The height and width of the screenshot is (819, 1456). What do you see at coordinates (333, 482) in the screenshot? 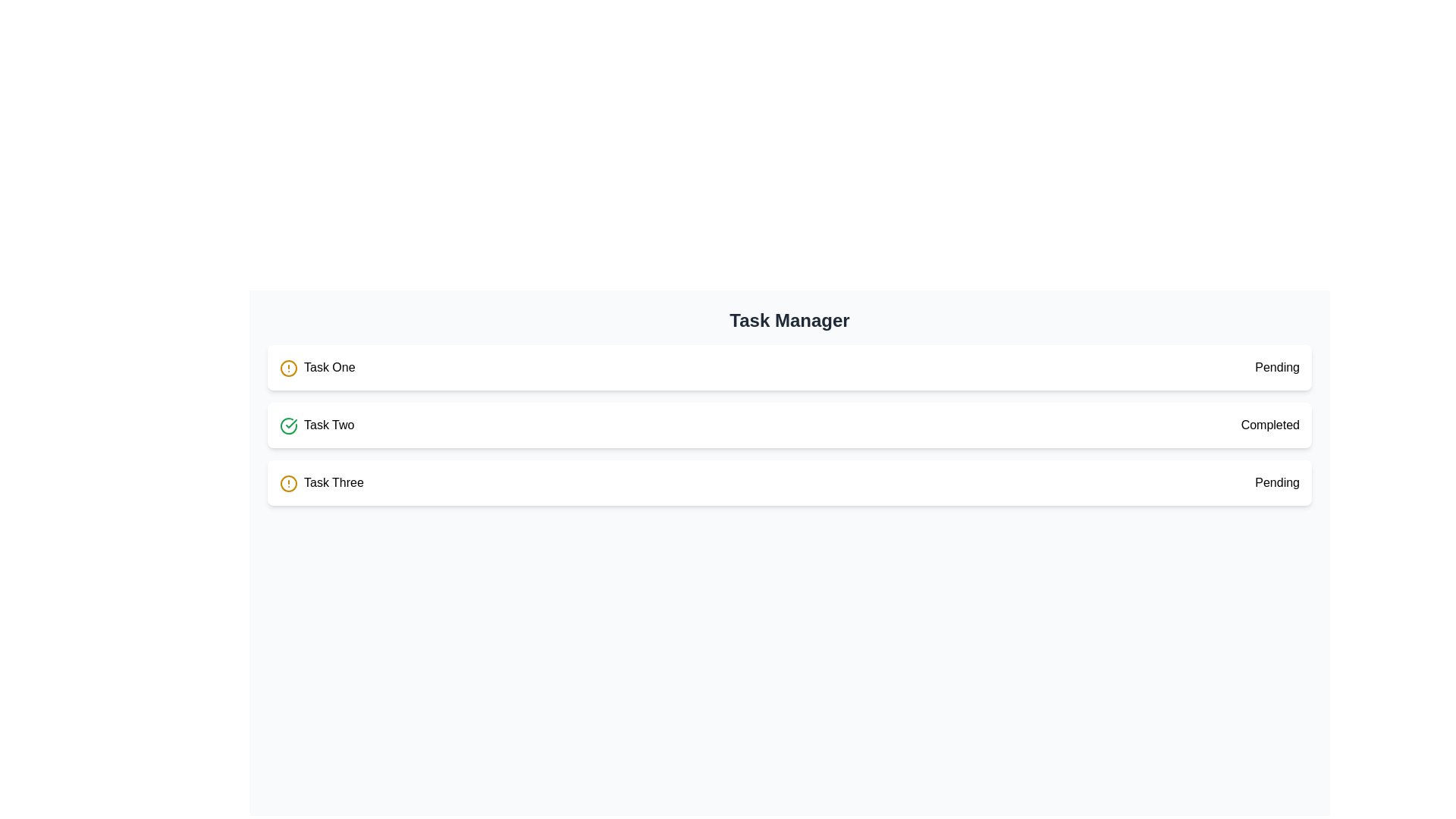
I see `the text label reading 'Task Three' which is part of the Task Manager section and is aligned with the alert icon and the 'Pending' text` at bounding box center [333, 482].